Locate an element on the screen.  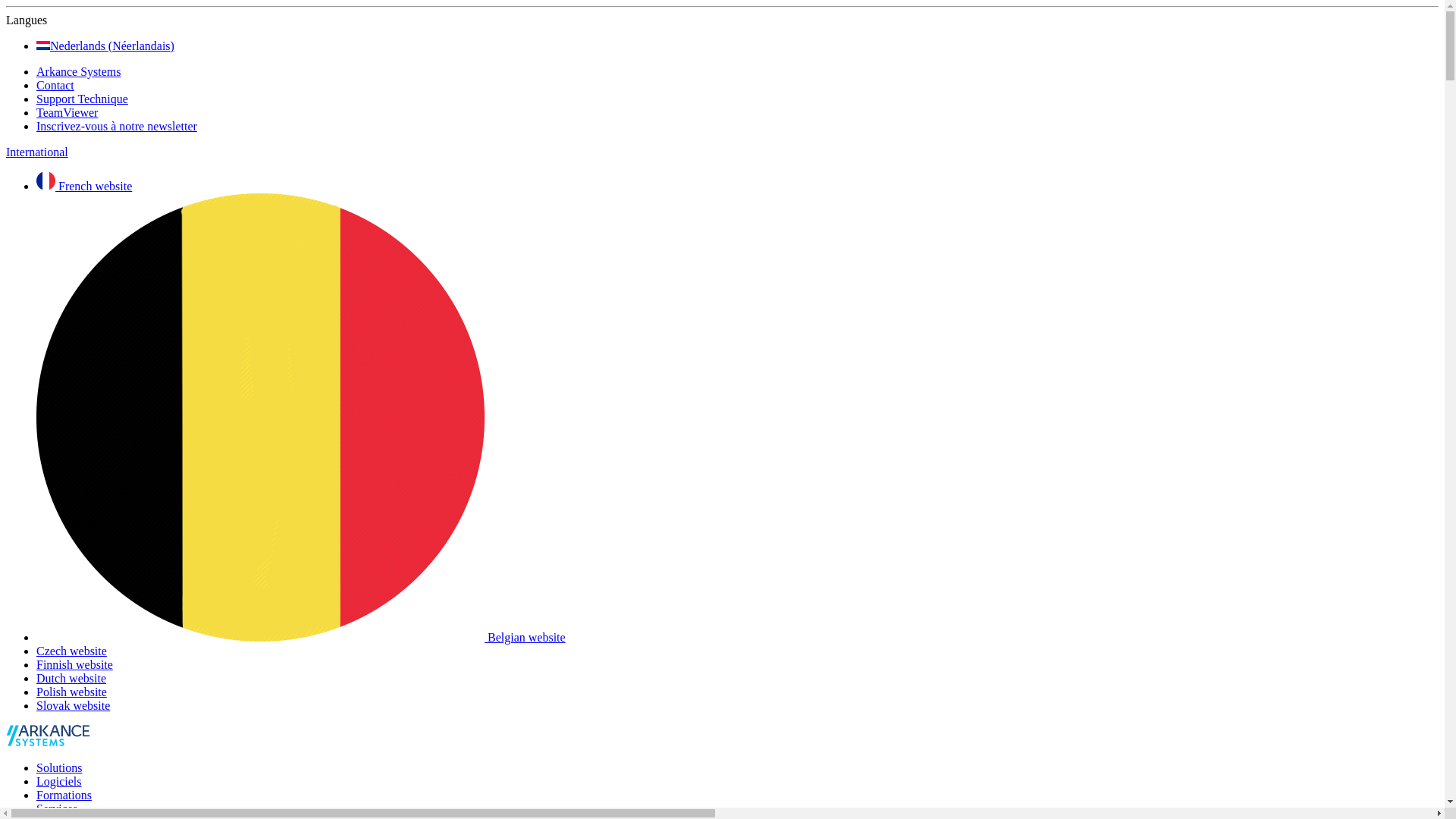
'Services' is located at coordinates (36, 808).